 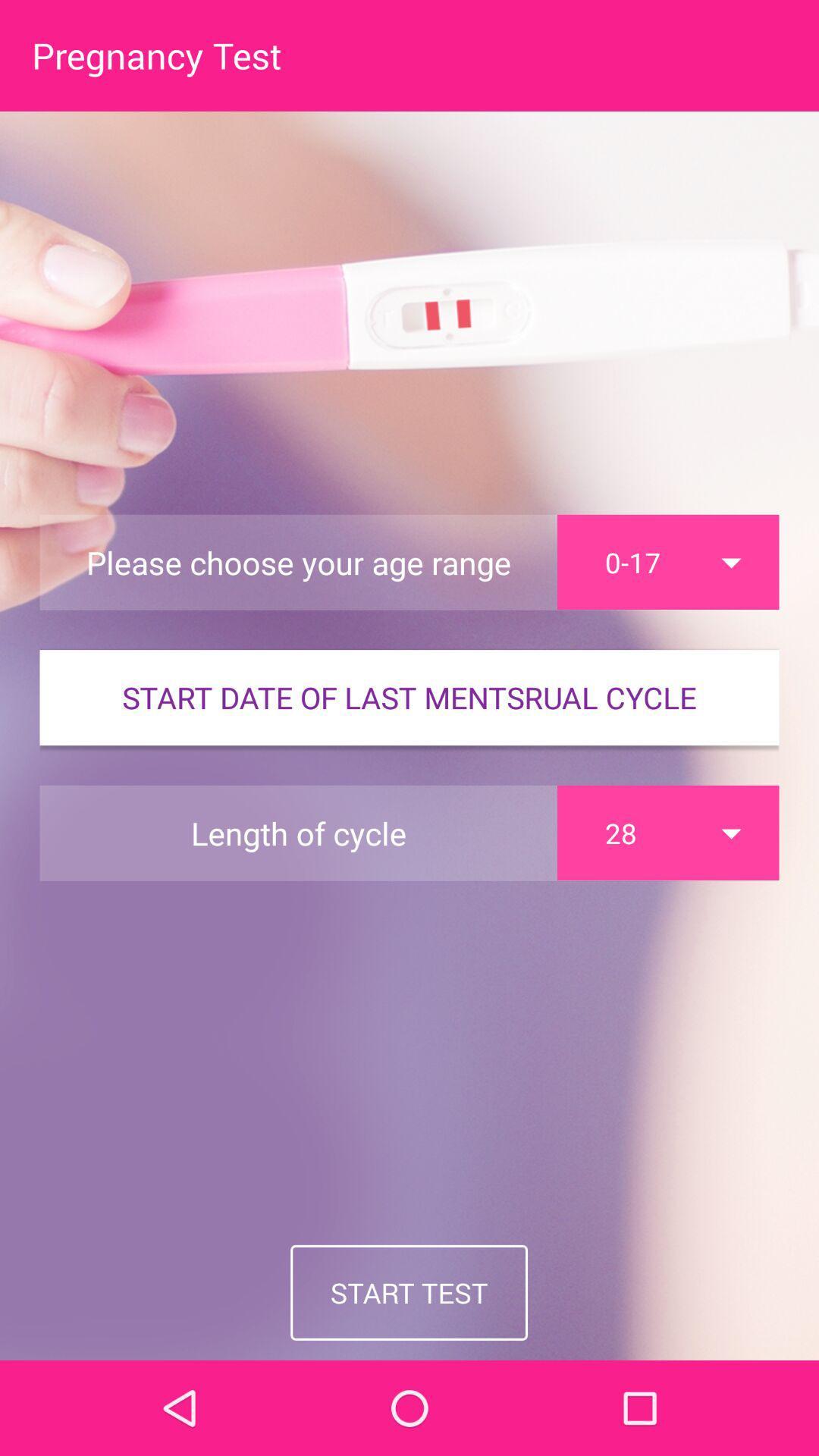 What do you see at coordinates (409, 697) in the screenshot?
I see `icon above 28 icon` at bounding box center [409, 697].